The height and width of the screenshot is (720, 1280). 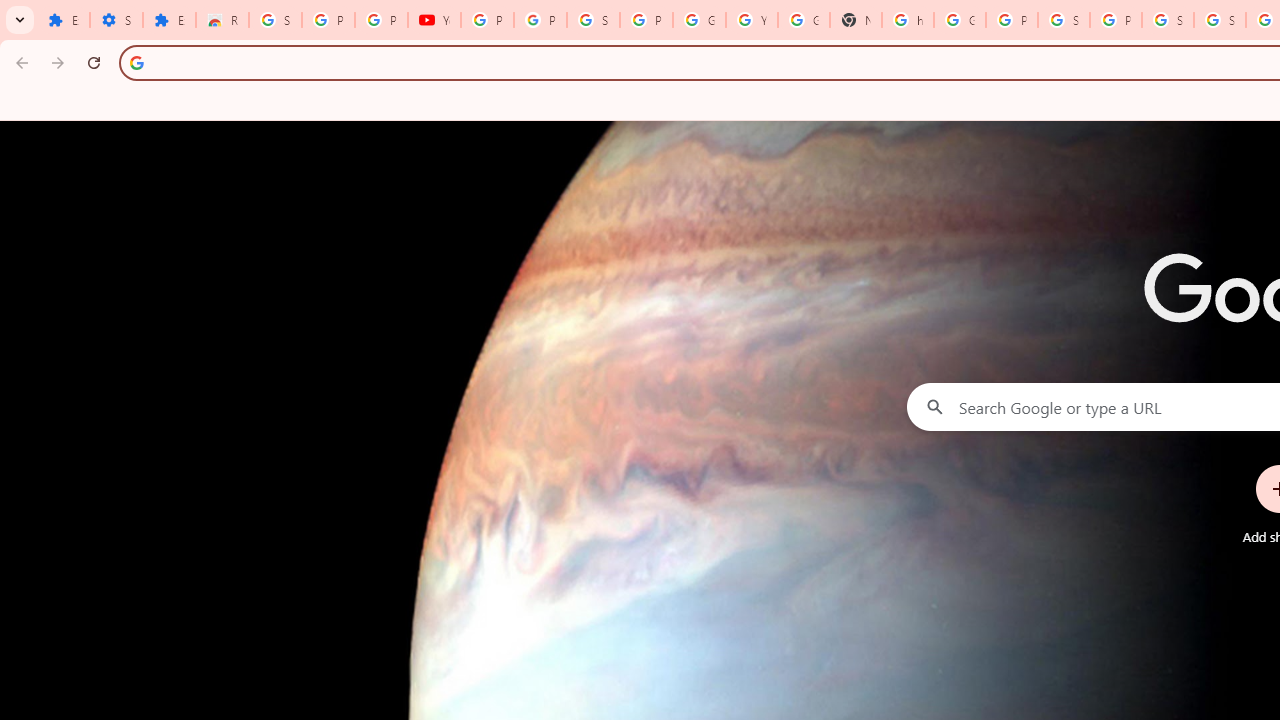 I want to click on 'Sign in - Google Accounts', so click(x=1168, y=20).